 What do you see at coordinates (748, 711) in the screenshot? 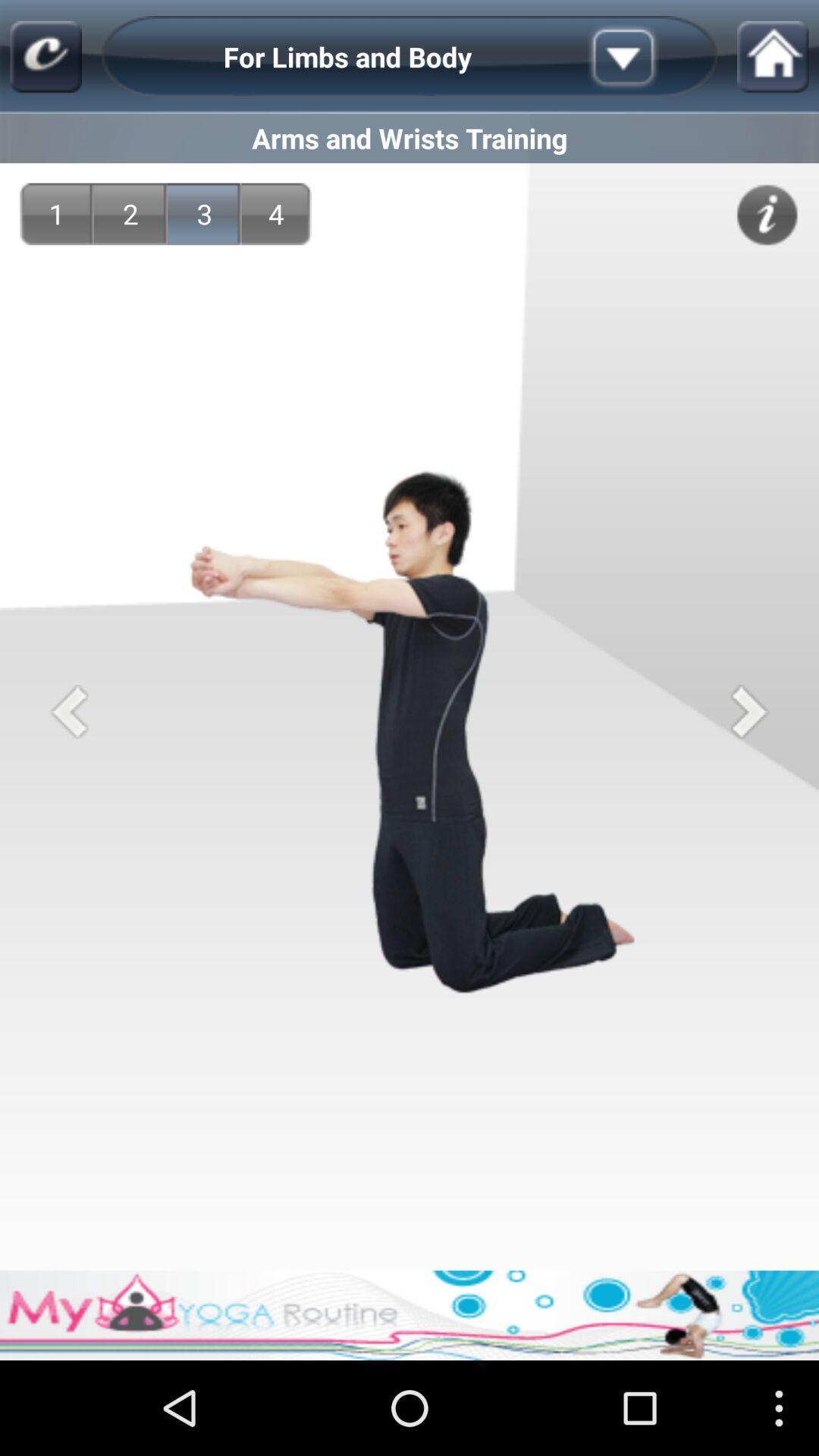
I see `the icon on the right` at bounding box center [748, 711].